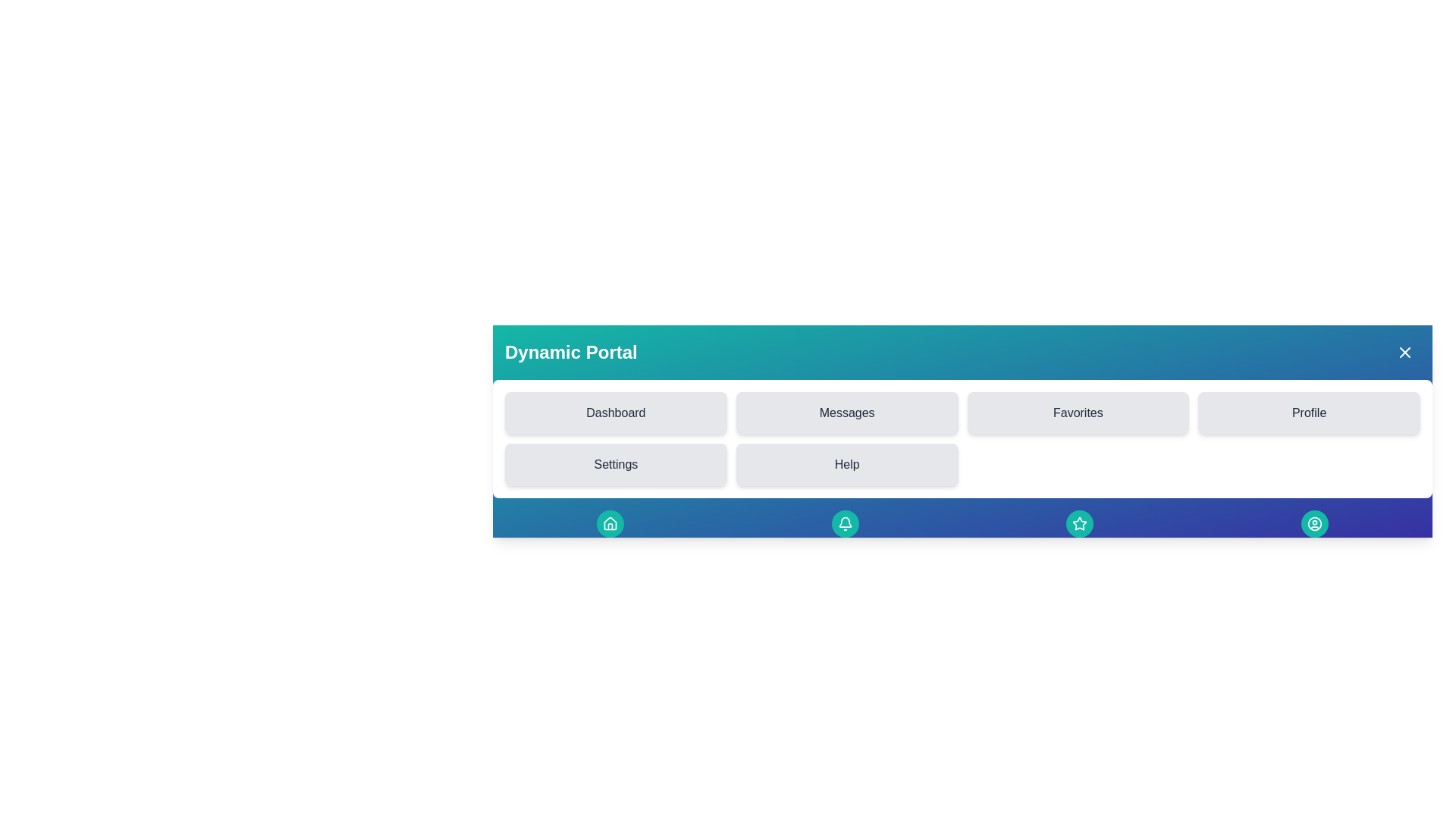 This screenshot has width=1456, height=819. What do you see at coordinates (615, 413) in the screenshot?
I see `the menu item labeled Dashboard to navigate to the corresponding section` at bounding box center [615, 413].